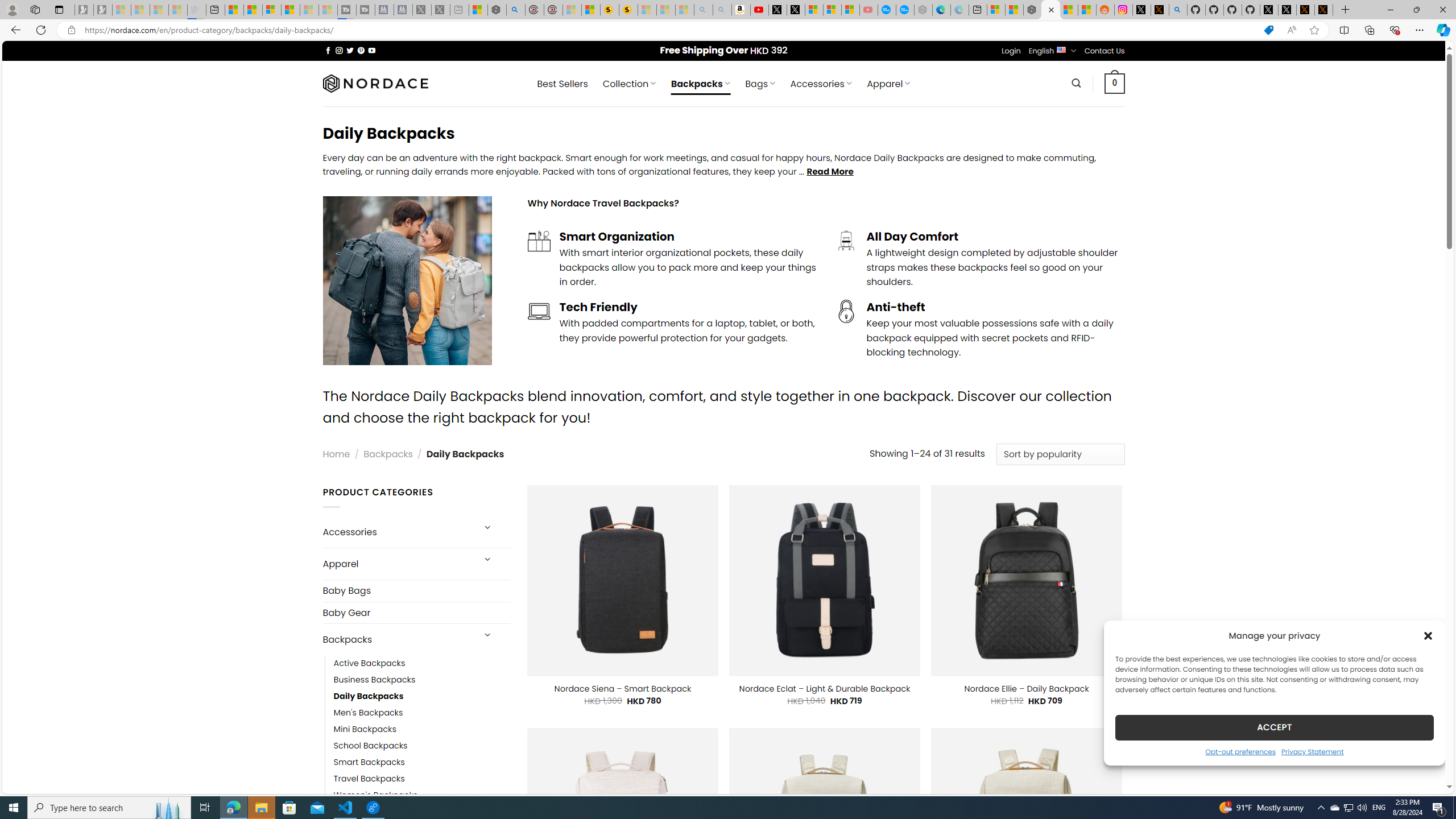 This screenshot has width=1456, height=819. I want to click on 'Nordace - Best Sellers', so click(1032, 9).